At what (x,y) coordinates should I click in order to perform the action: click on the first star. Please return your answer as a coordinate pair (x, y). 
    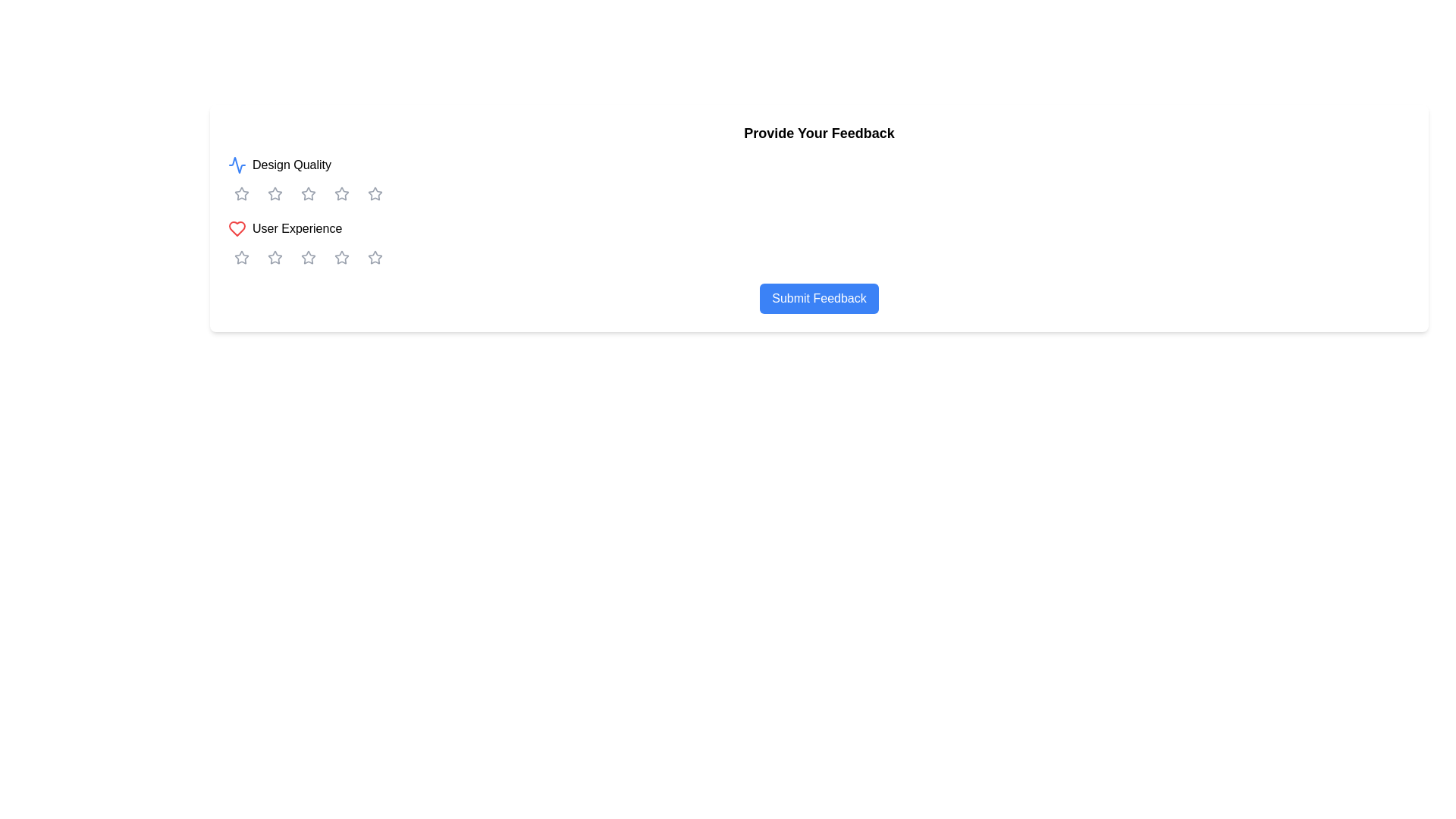
    Looking at the image, I should click on (275, 256).